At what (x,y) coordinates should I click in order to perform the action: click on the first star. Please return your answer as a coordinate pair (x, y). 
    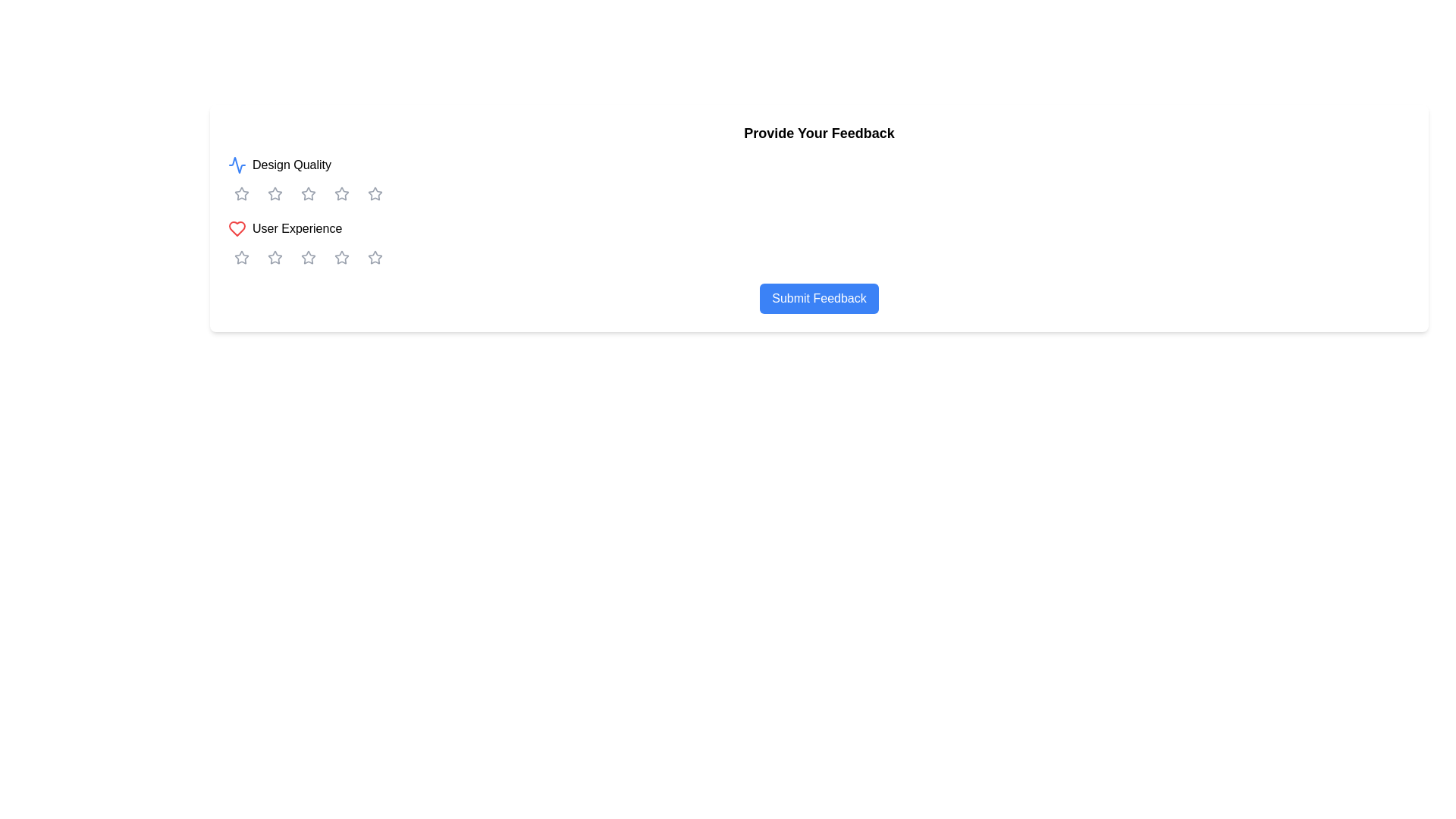
    Looking at the image, I should click on (275, 256).